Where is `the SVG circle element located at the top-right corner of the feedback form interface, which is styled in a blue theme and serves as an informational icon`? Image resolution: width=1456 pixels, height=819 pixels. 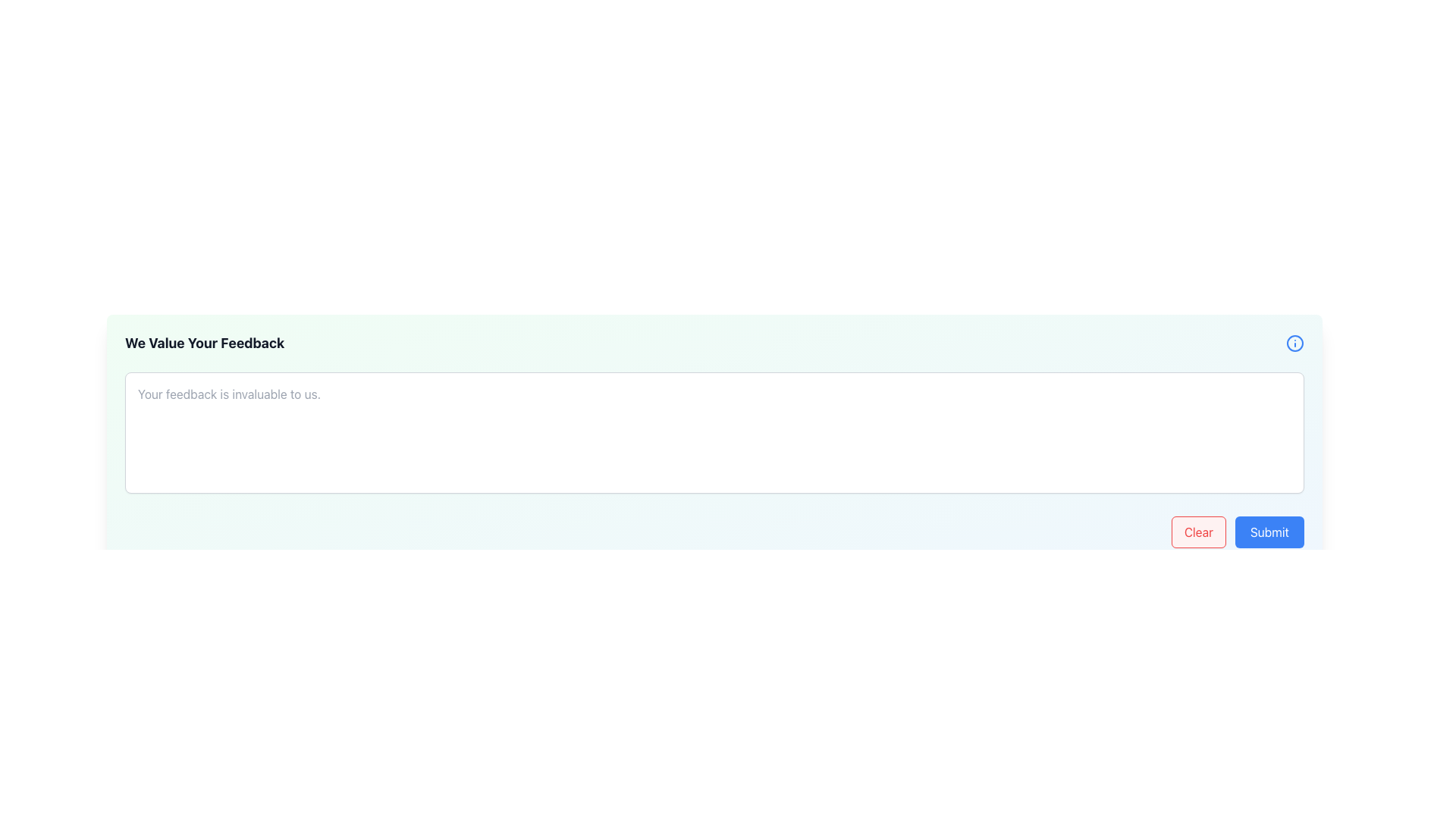 the SVG circle element located at the top-right corner of the feedback form interface, which is styled in a blue theme and serves as an informational icon is located at coordinates (1294, 343).